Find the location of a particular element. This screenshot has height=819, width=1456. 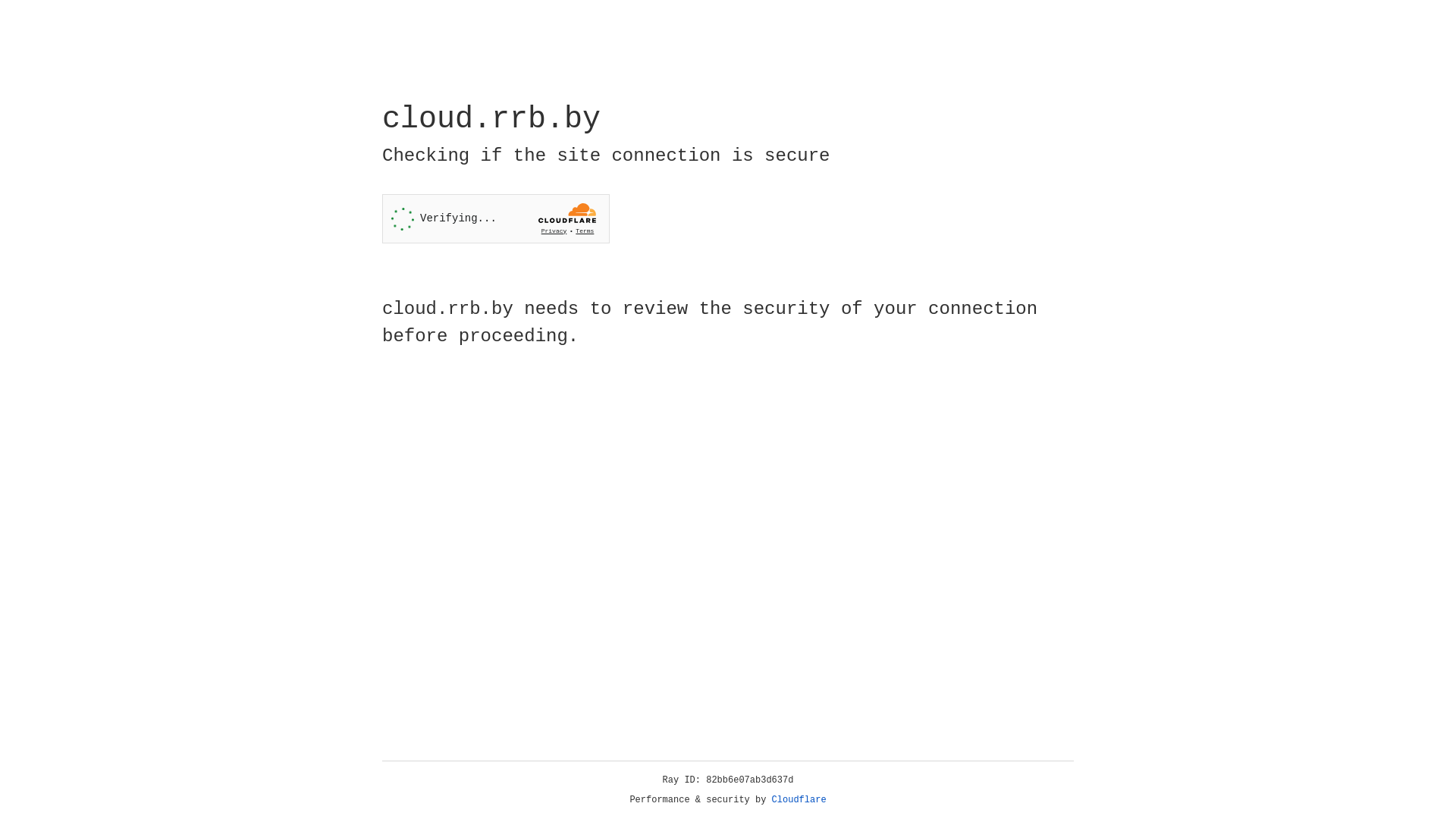

'Cloudflare' is located at coordinates (799, 799).